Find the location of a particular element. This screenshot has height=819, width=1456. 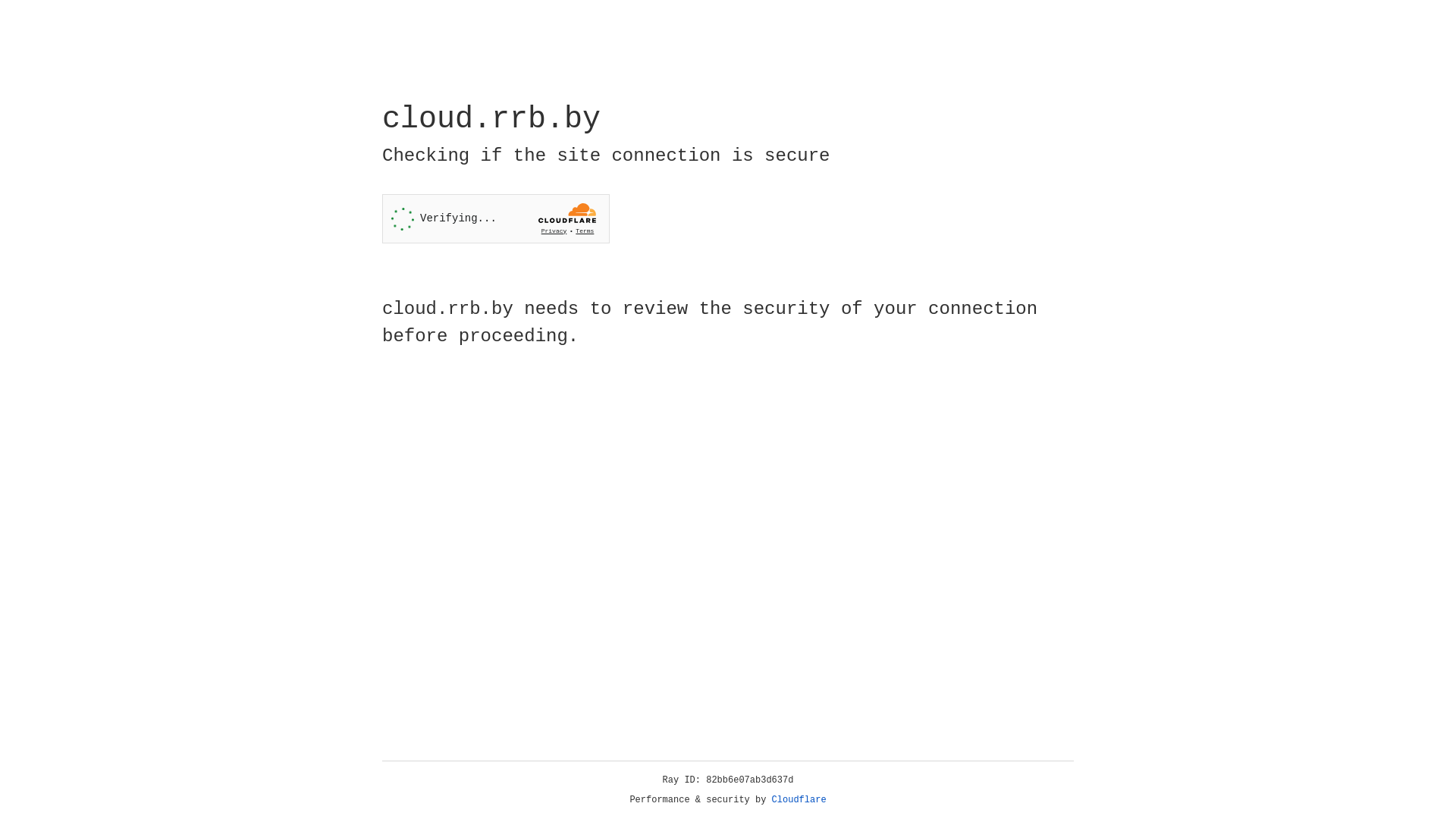

'Cloudflare' is located at coordinates (799, 799).